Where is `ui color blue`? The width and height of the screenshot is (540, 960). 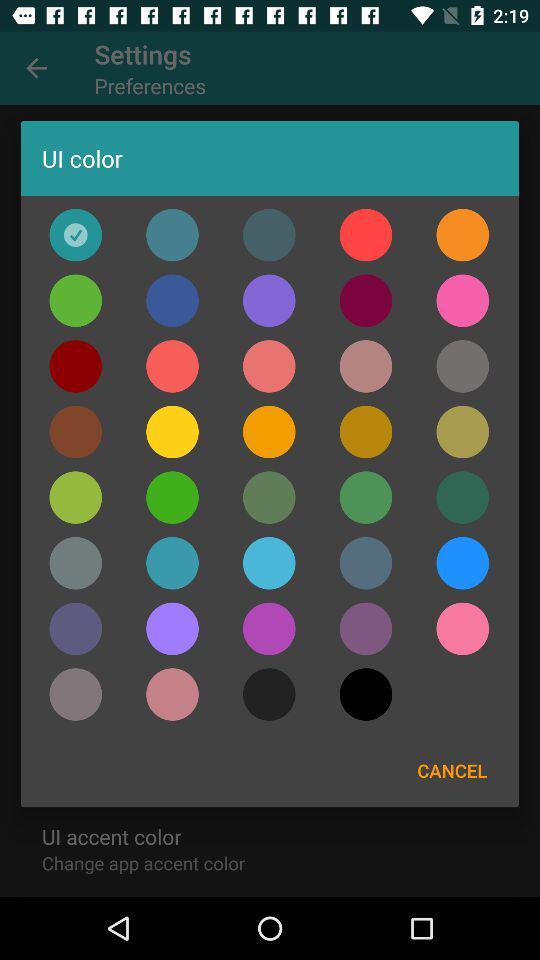 ui color blue is located at coordinates (172, 563).